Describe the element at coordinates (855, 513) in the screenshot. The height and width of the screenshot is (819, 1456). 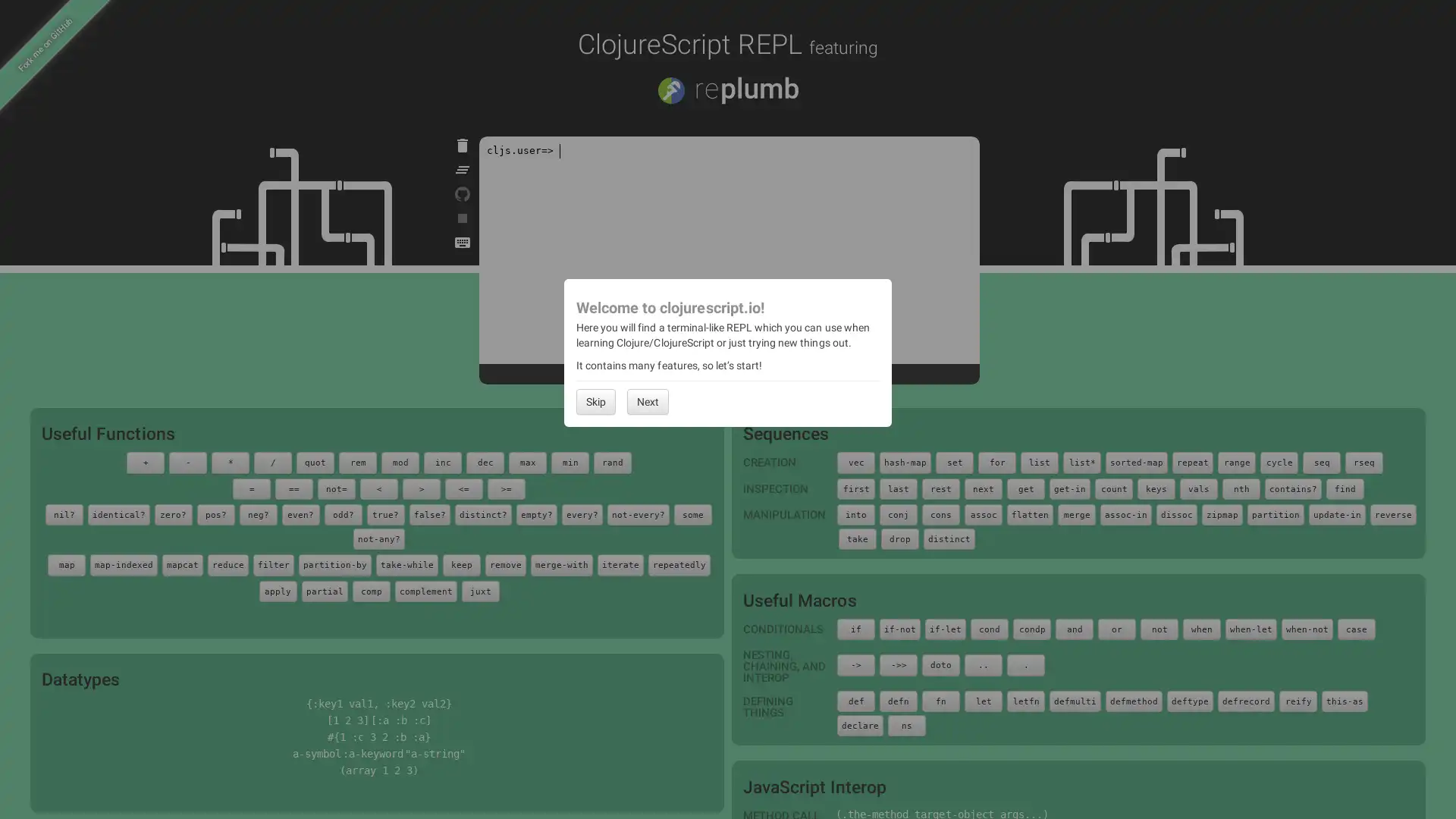
I see `into` at that location.